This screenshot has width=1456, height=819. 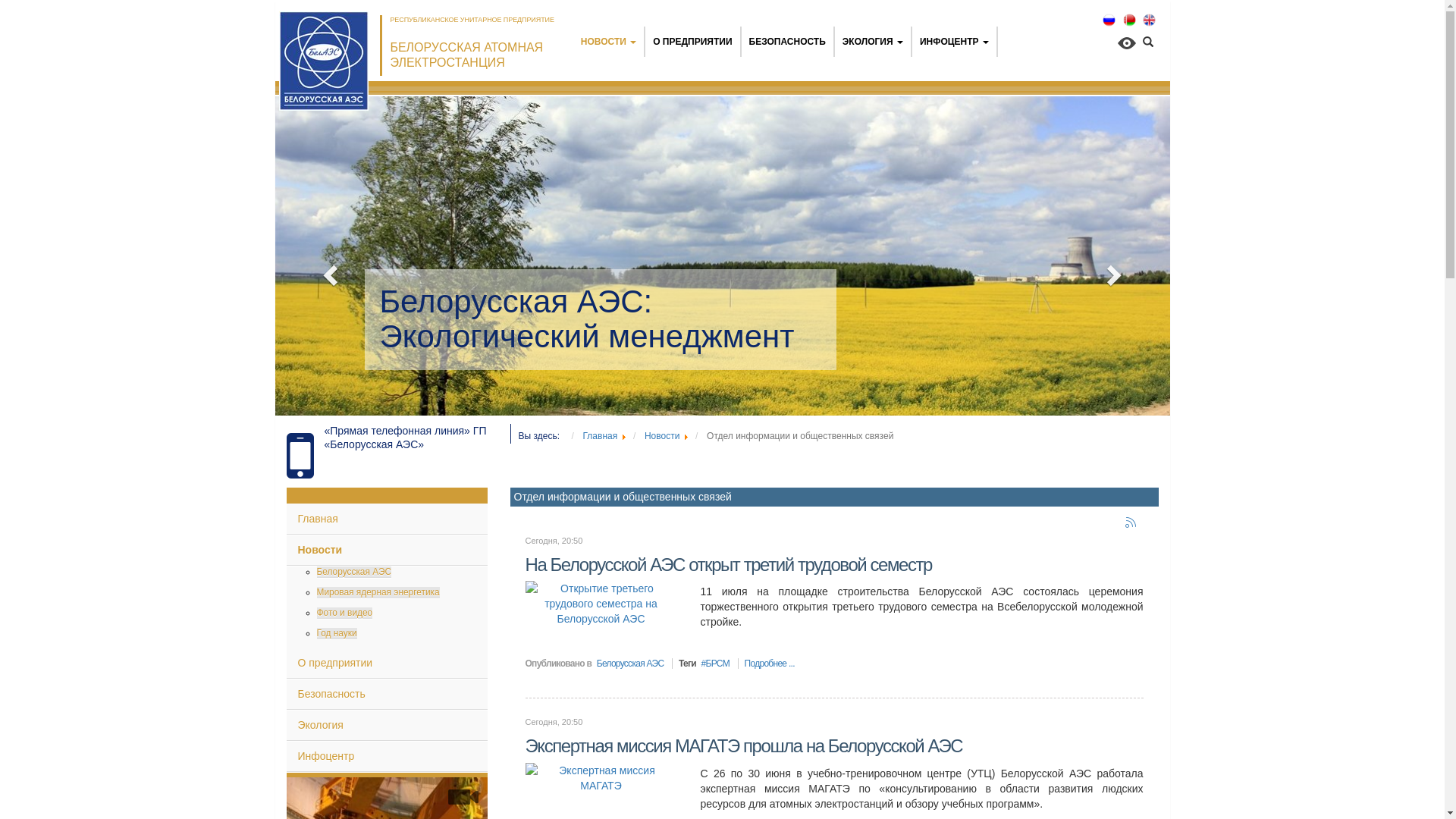 What do you see at coordinates (1149, 20) in the screenshot?
I see `'English (UK)'` at bounding box center [1149, 20].